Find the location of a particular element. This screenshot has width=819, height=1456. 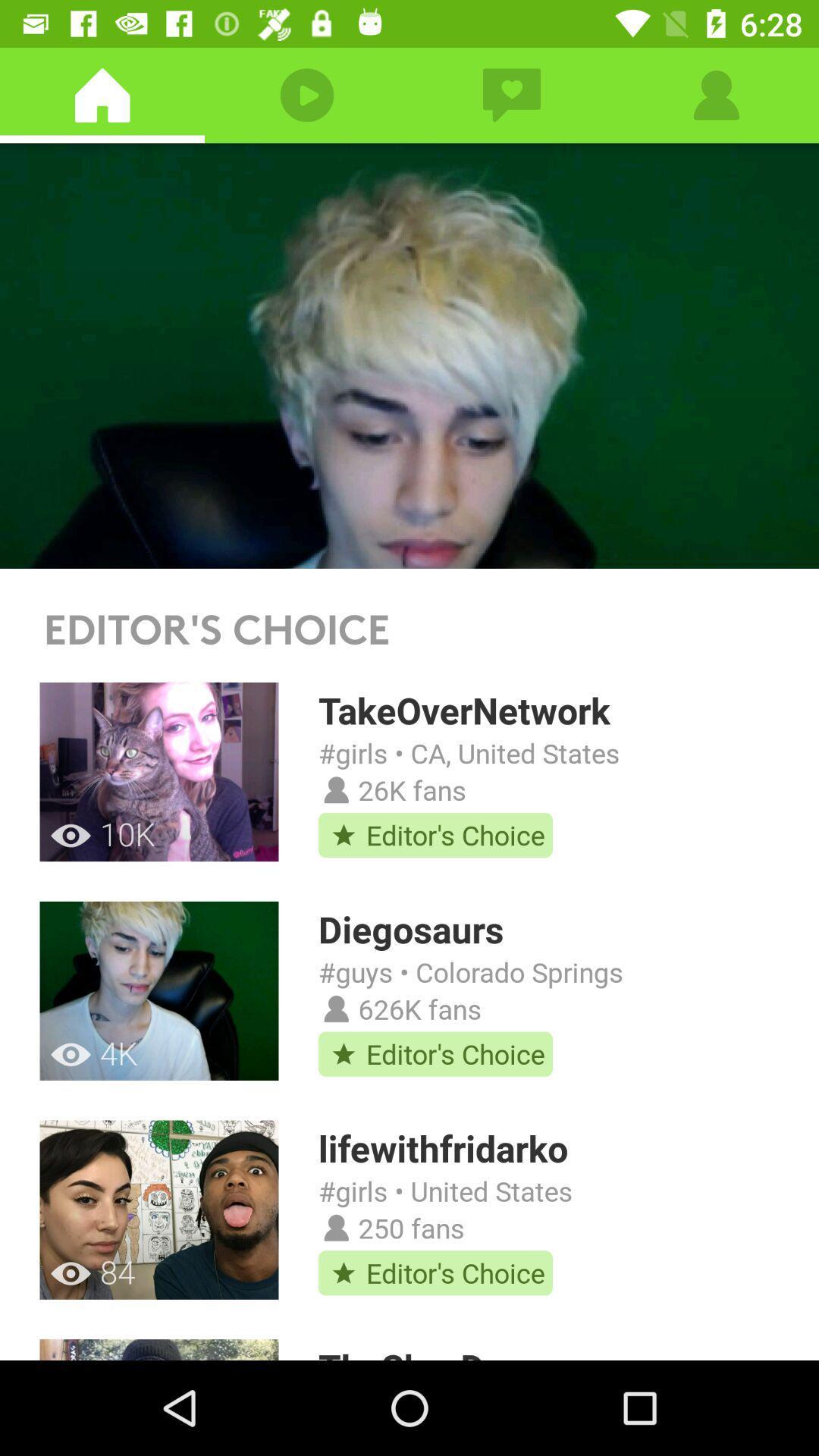

image is located at coordinates (409, 355).